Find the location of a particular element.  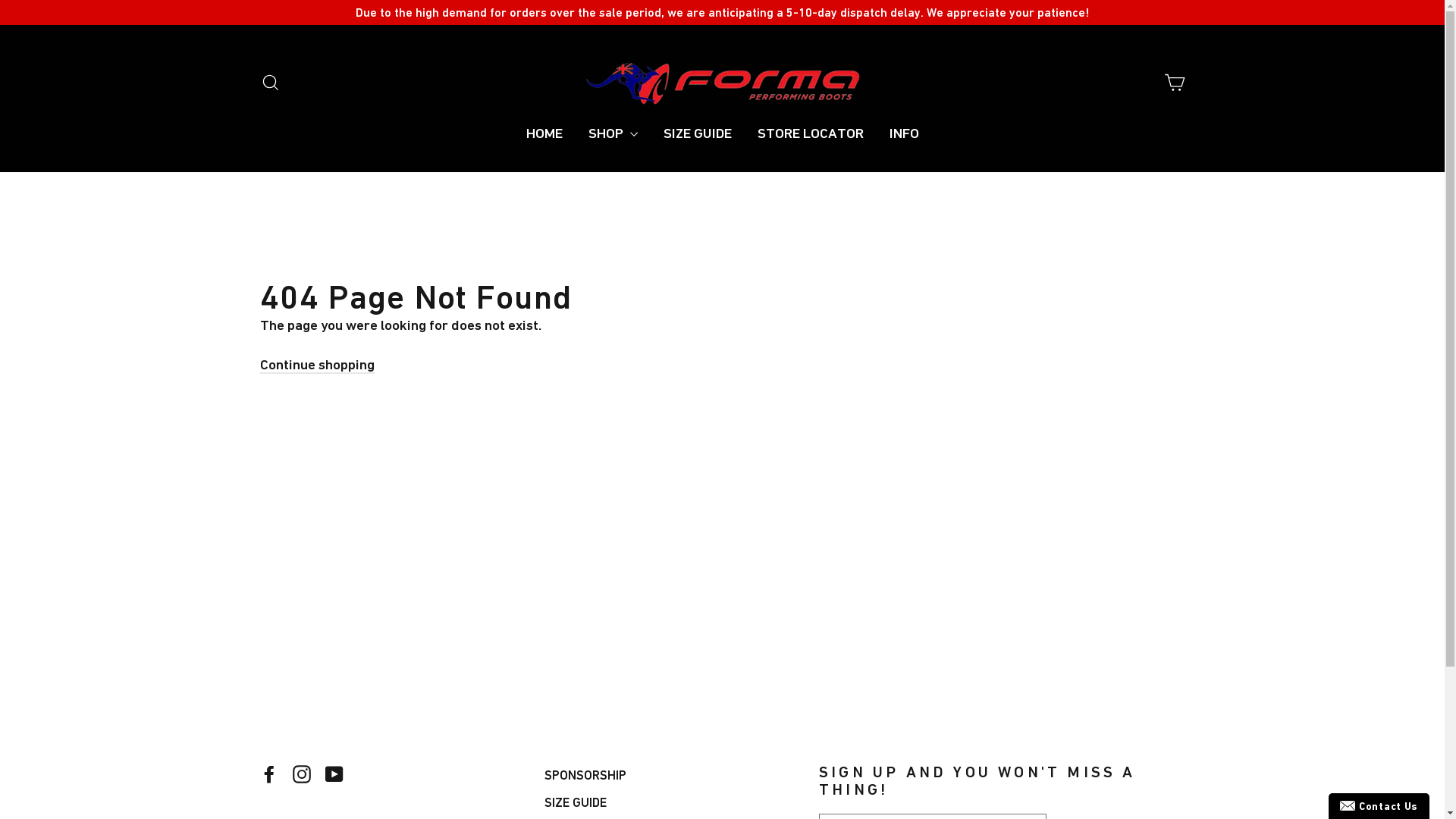

'SIZE GUIDE' is located at coordinates (544, 802).